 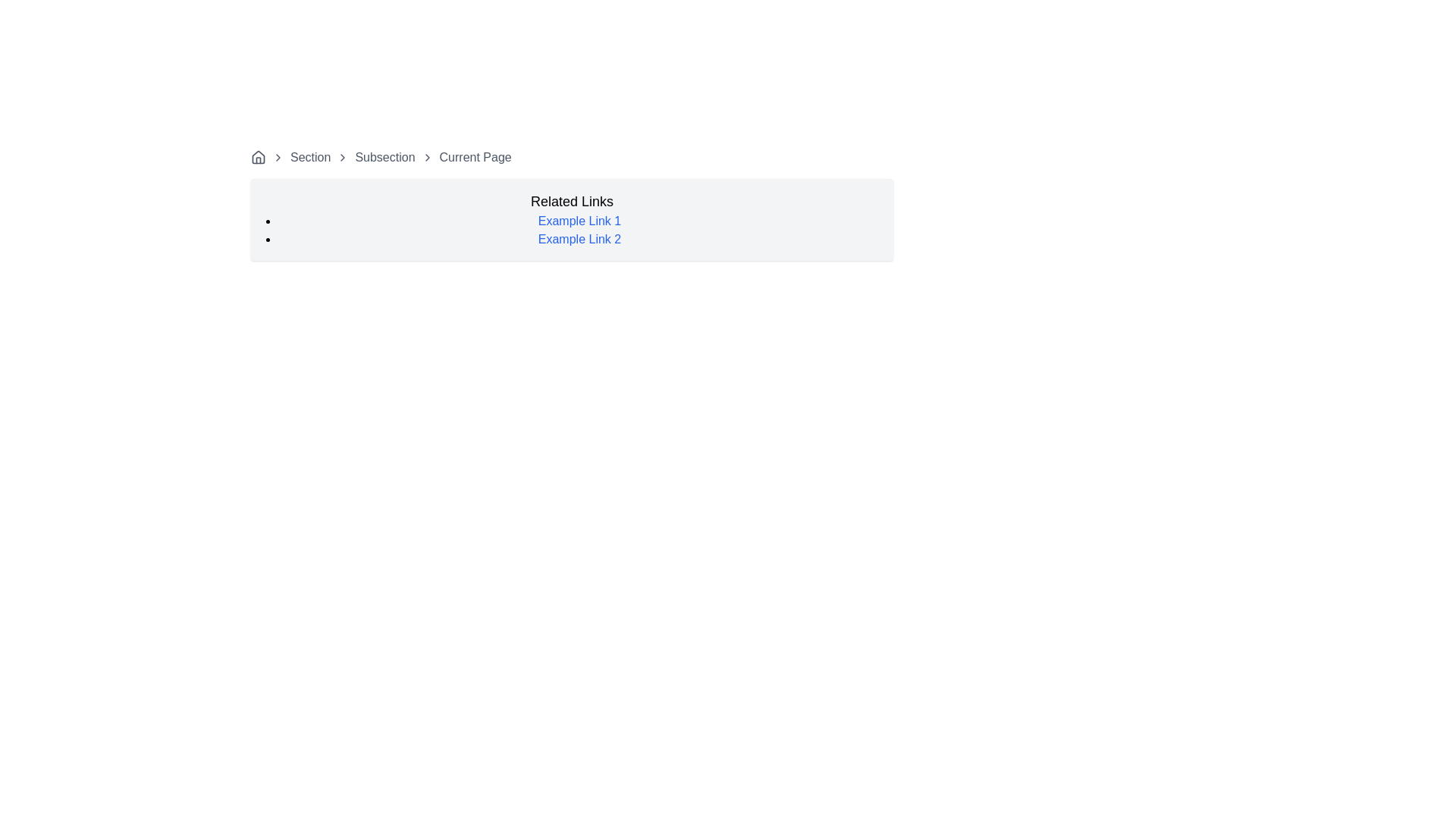 What do you see at coordinates (258, 157) in the screenshot?
I see `the home icon in the breadcrumb navigation bar` at bounding box center [258, 157].